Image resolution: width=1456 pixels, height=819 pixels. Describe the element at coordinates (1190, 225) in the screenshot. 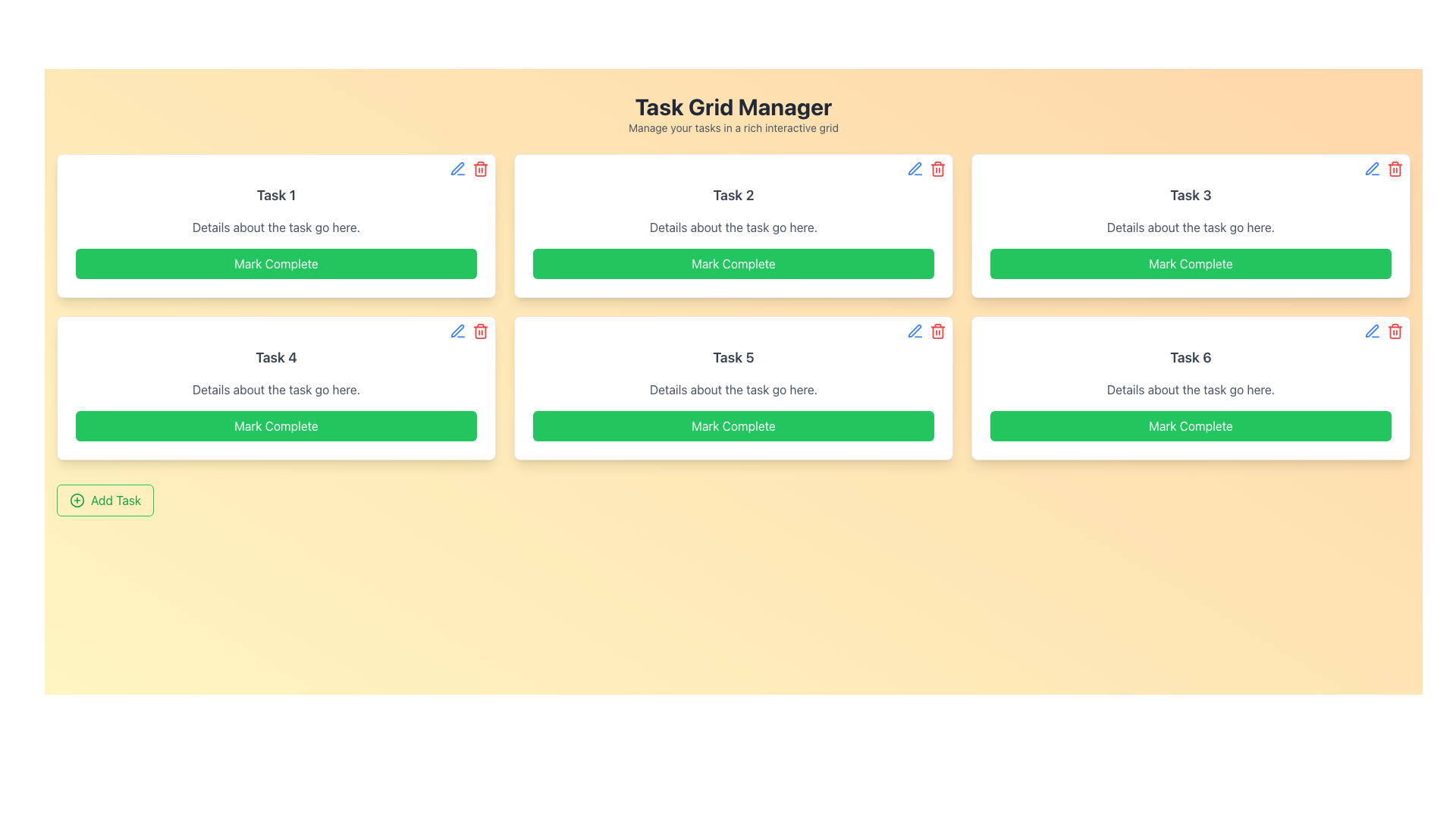

I see `the task card representing 'Task 3' located in the top-right corner of the 2x3 grid layout` at that location.